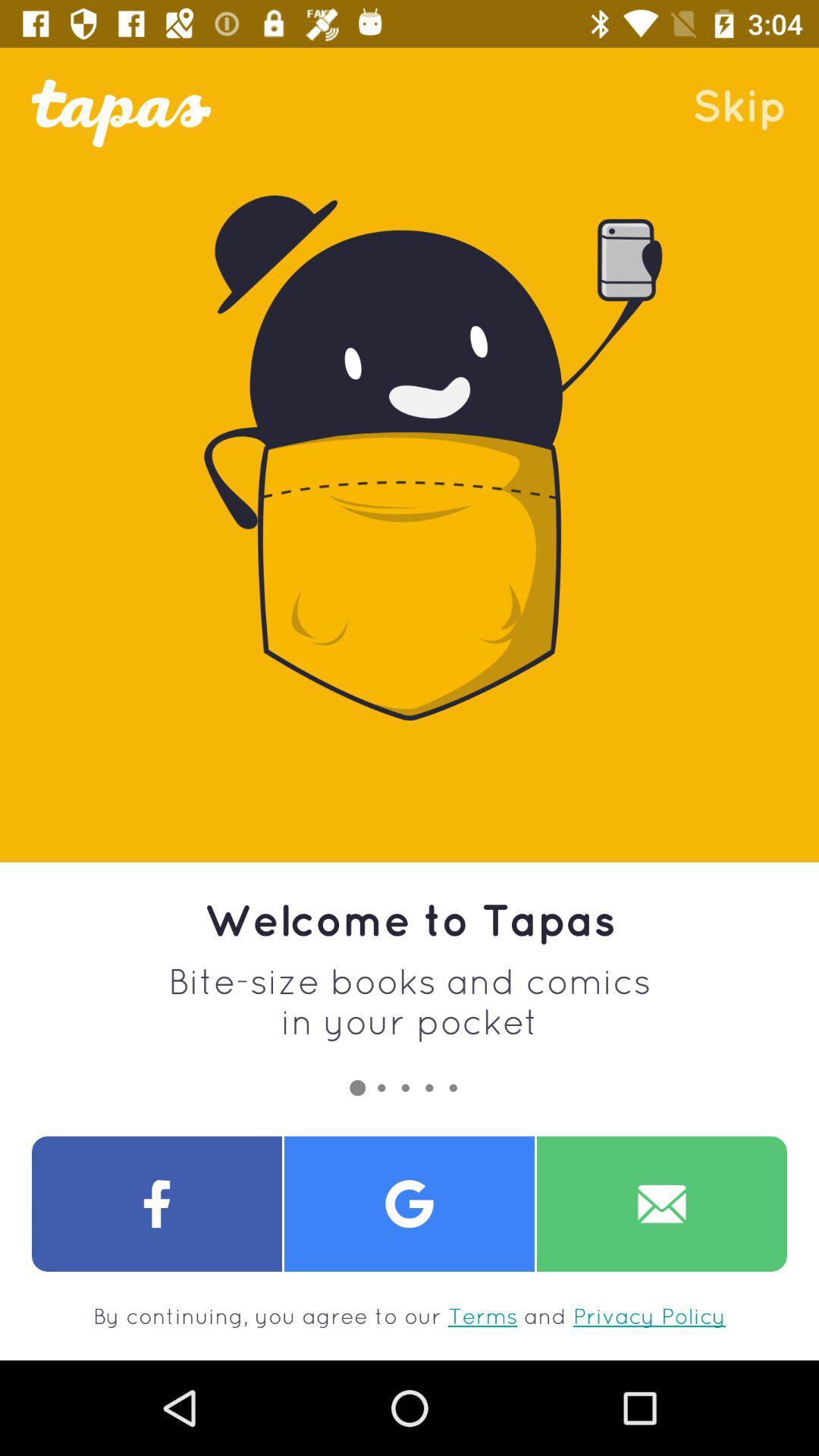  I want to click on item at the top right corner, so click(739, 104).